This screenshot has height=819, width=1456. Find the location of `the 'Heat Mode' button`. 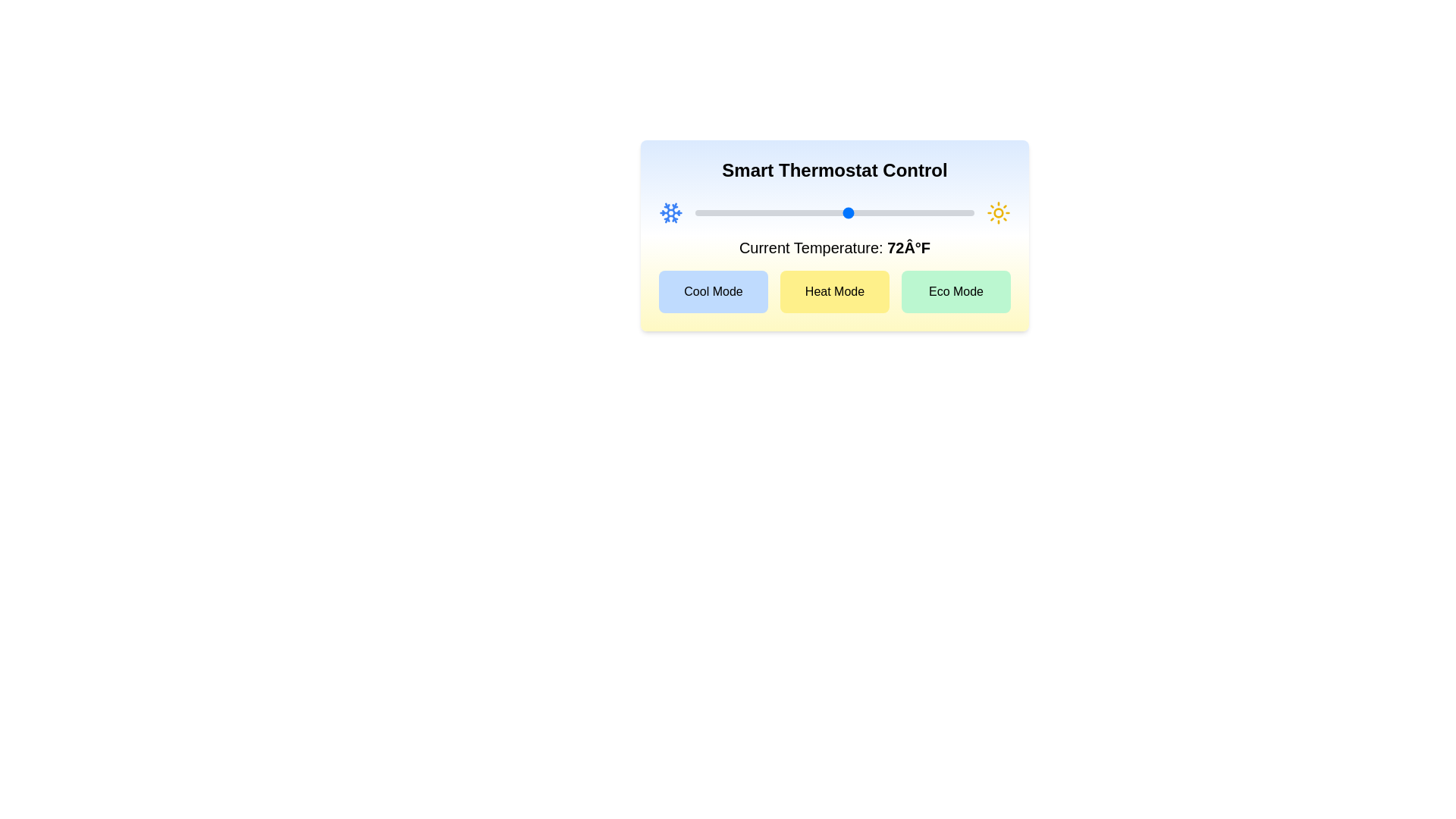

the 'Heat Mode' button is located at coordinates (833, 292).